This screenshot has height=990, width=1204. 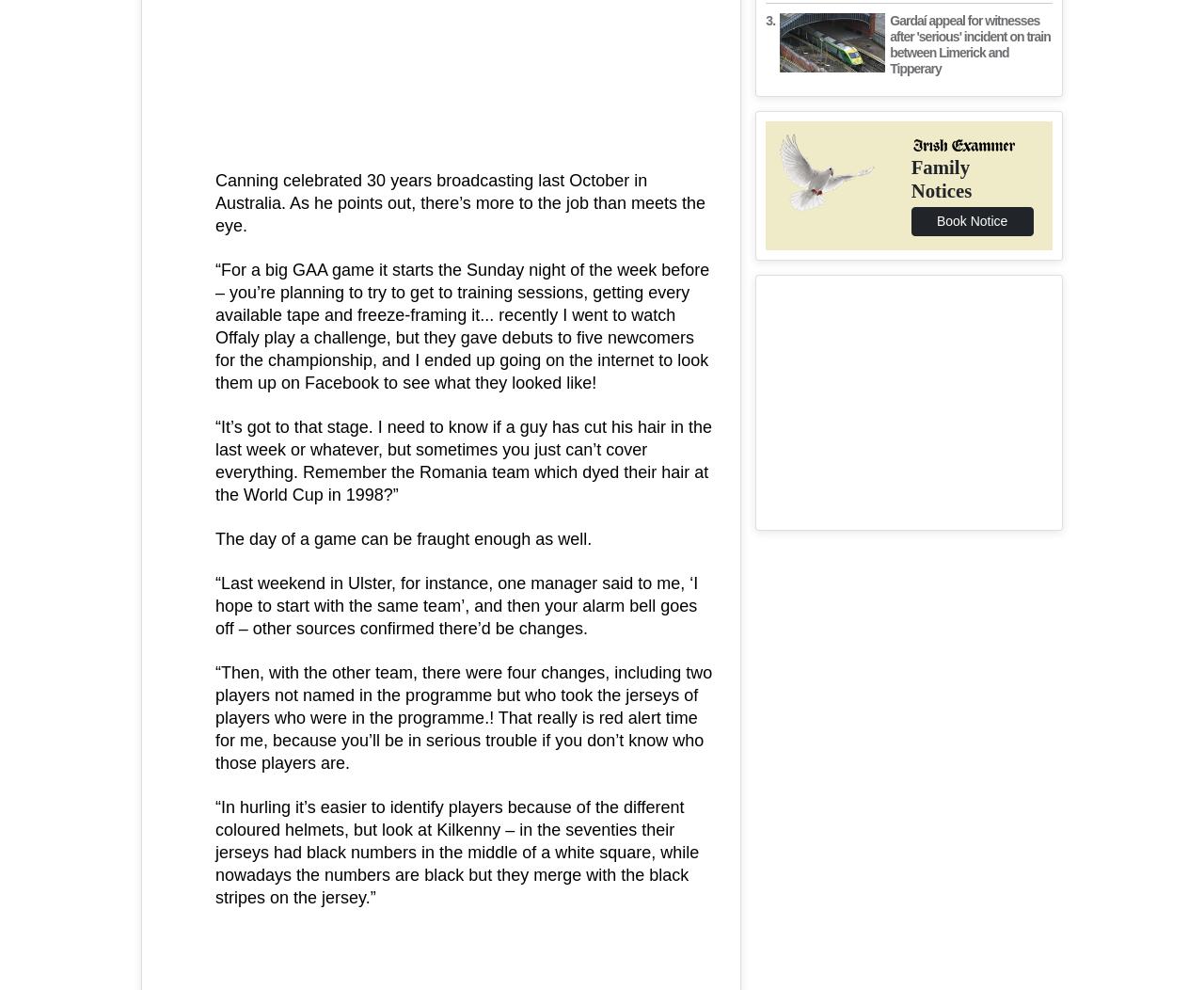 I want to click on 'Cookie Policy', so click(x=715, y=416).